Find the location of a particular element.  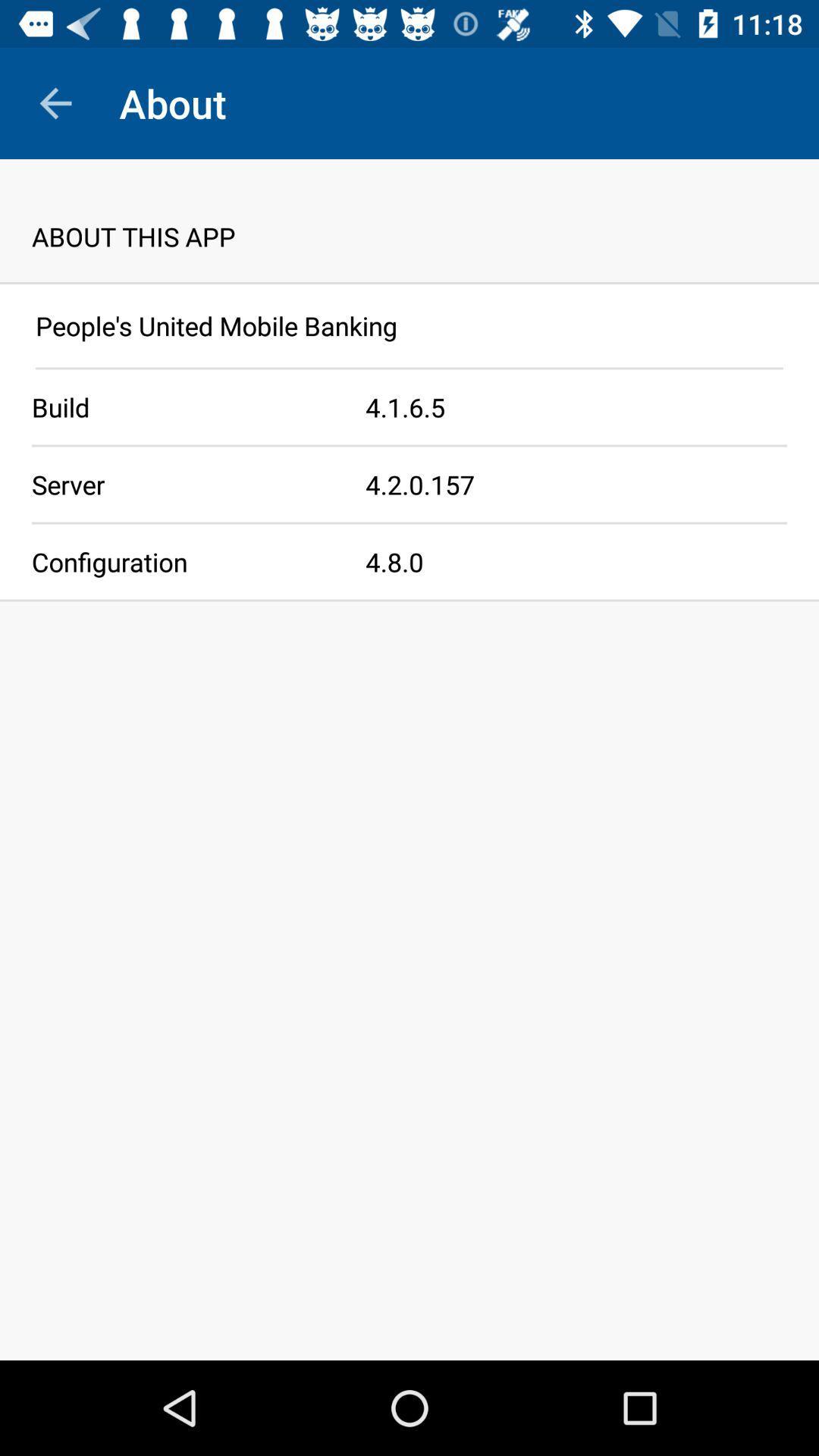

item on the left is located at coordinates (182, 560).